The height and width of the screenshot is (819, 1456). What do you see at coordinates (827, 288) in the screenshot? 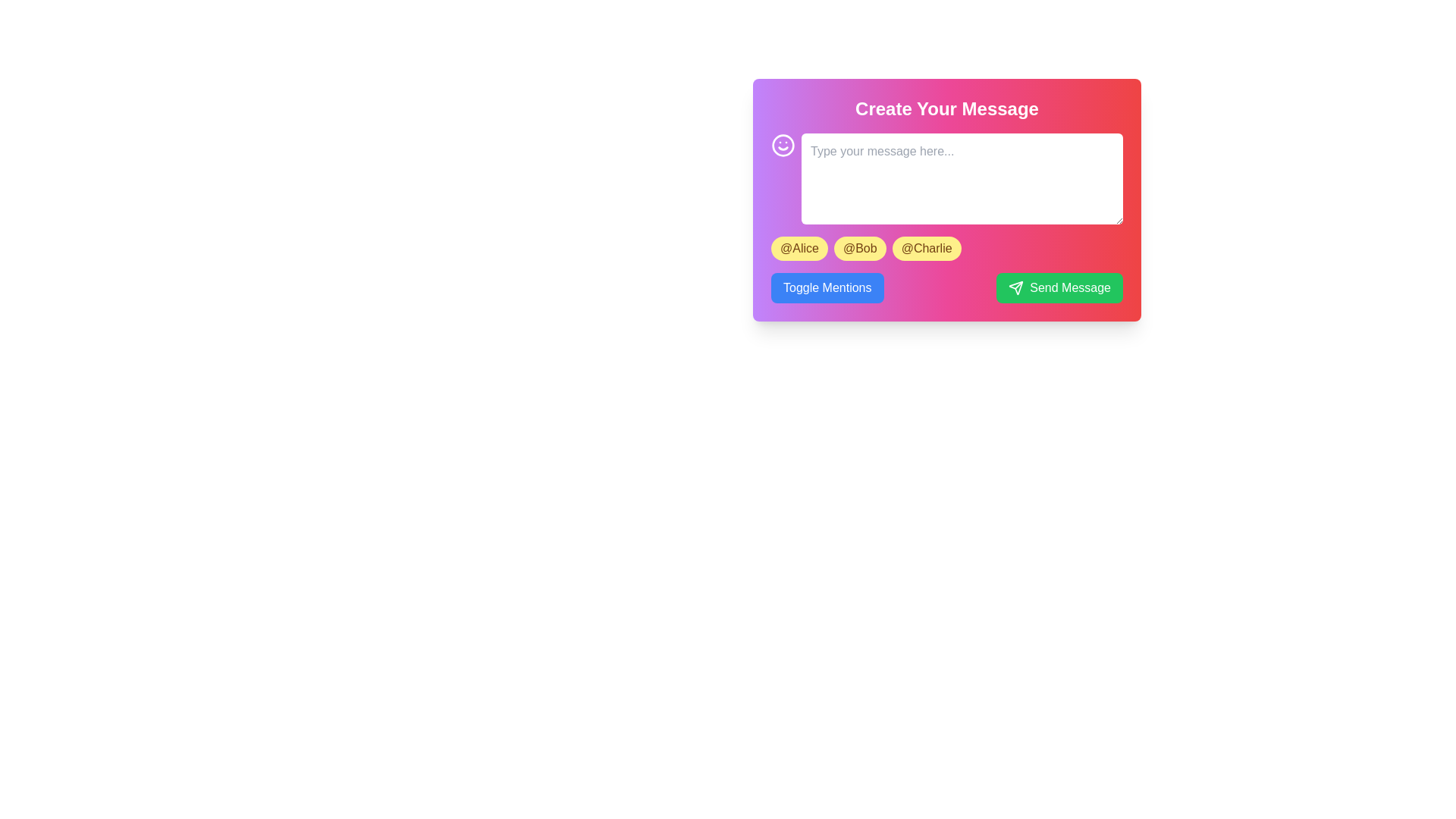
I see `the button located on the left within the horizontal group of interactive elements at the lower section of the message creation card` at bounding box center [827, 288].